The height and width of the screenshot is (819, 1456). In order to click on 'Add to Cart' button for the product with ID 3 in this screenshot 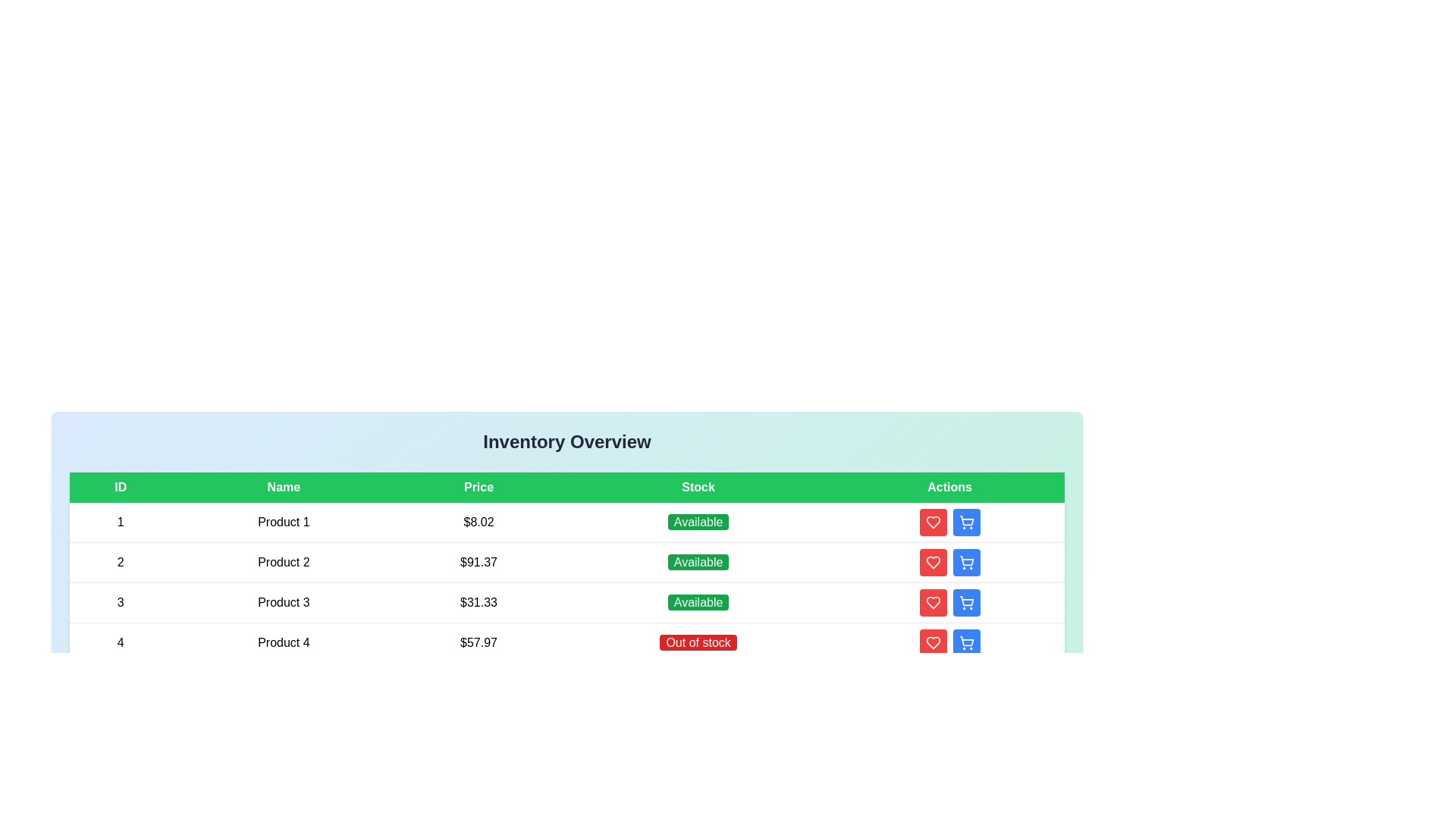, I will do `click(965, 601)`.